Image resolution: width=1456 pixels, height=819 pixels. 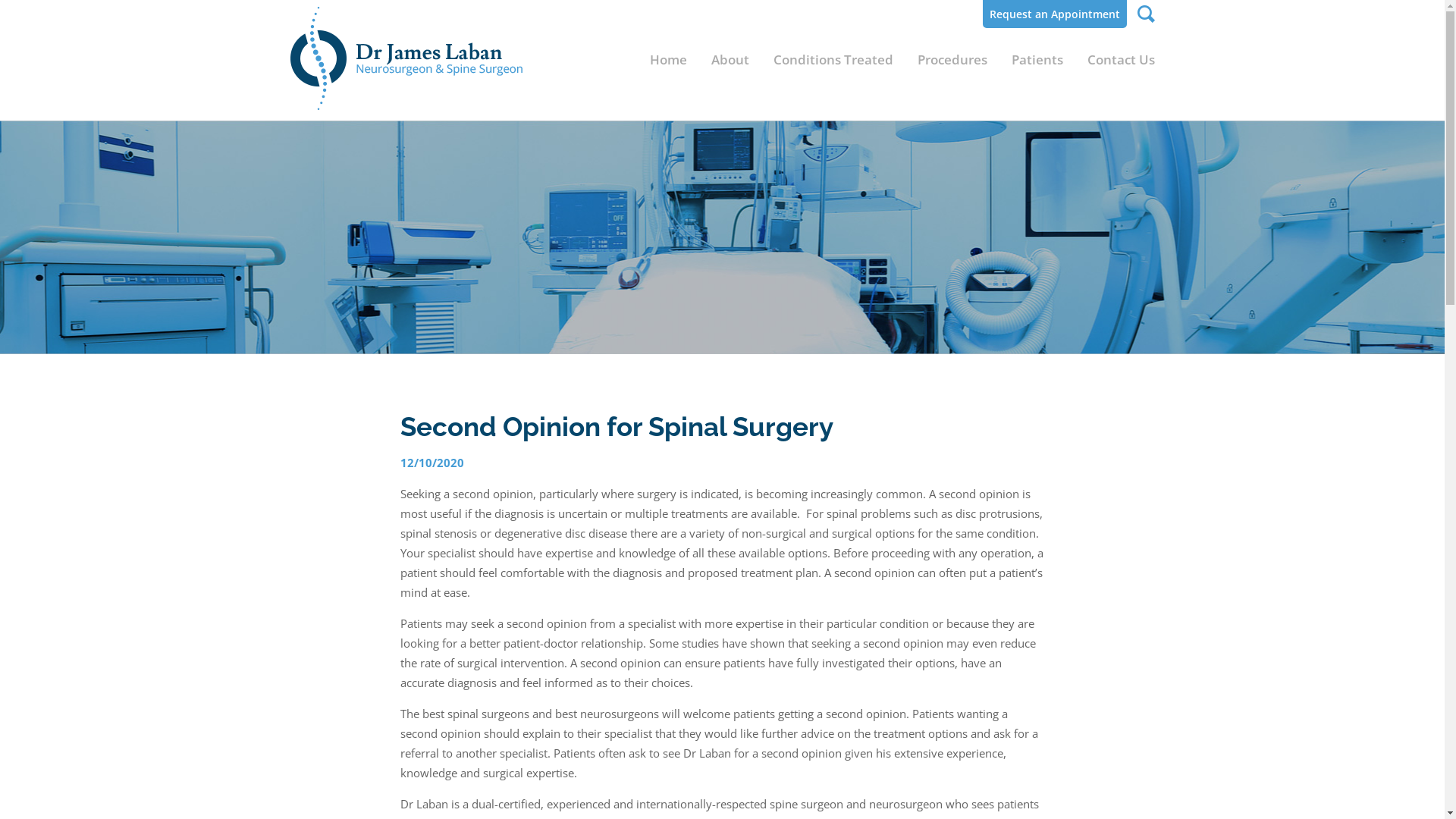 I want to click on 'Home', so click(x=673, y=58).